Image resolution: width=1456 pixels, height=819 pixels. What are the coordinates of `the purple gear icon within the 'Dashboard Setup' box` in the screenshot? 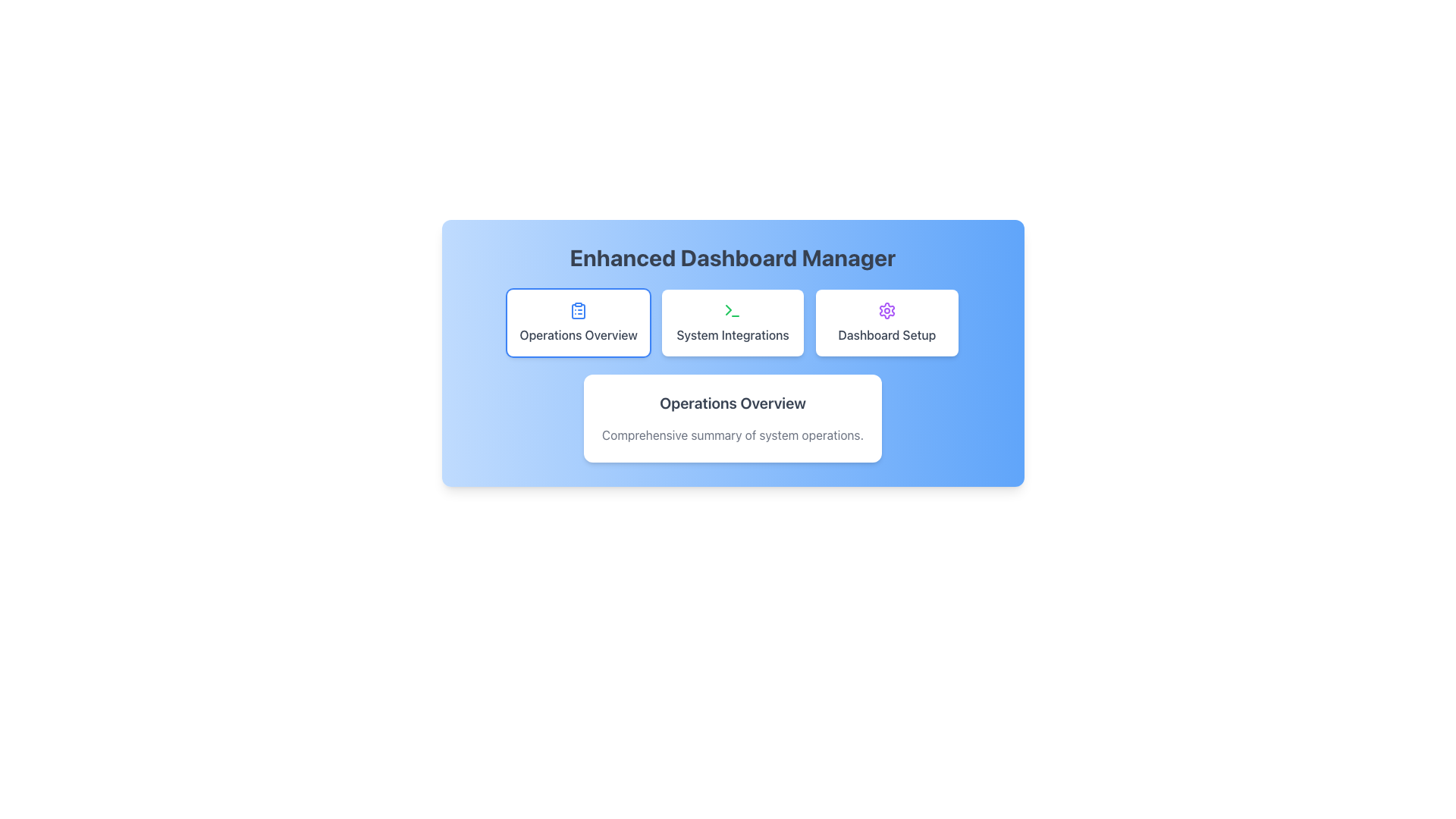 It's located at (886, 309).